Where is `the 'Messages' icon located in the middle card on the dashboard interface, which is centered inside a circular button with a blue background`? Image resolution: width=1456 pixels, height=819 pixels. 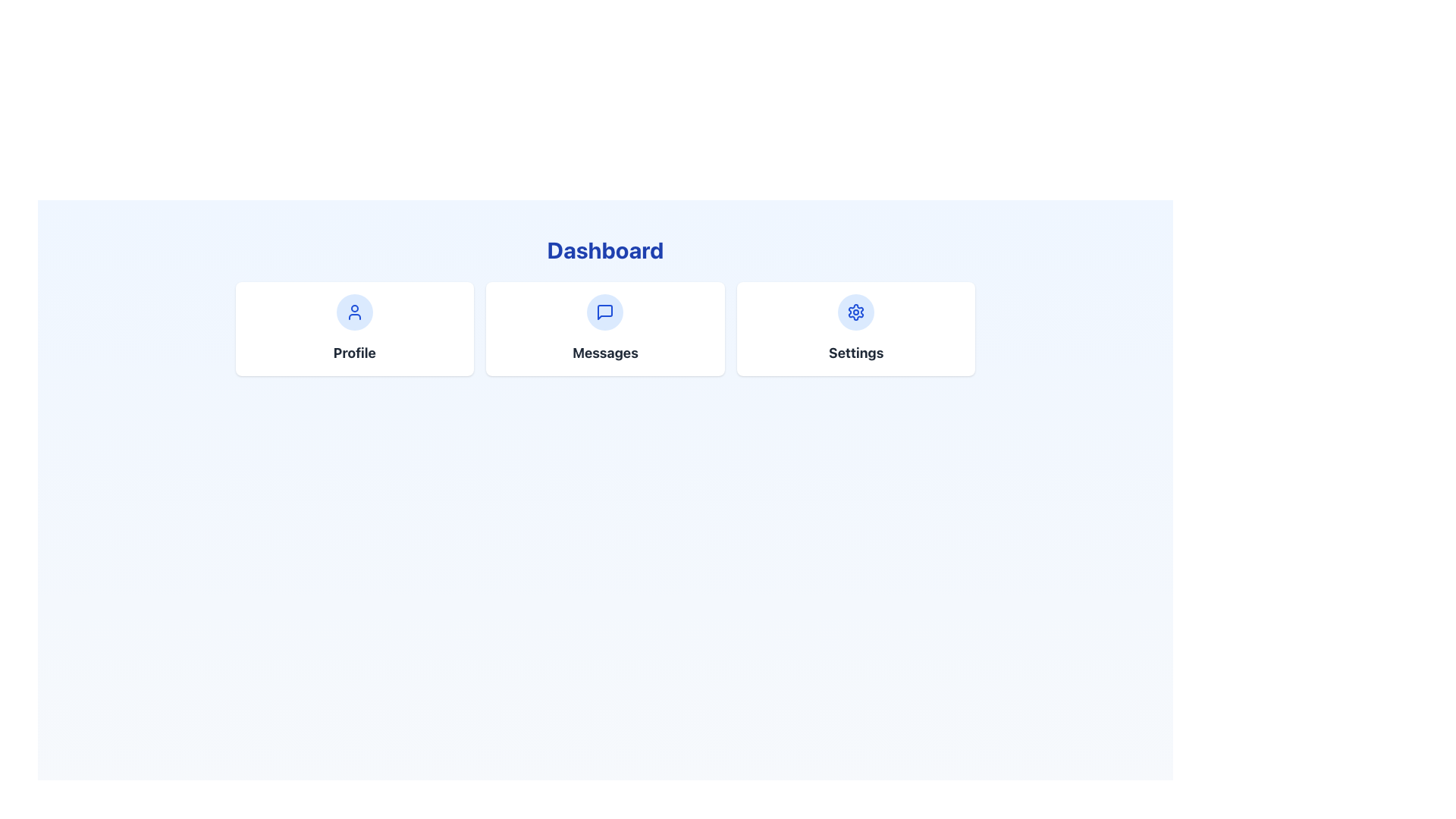
the 'Messages' icon located in the middle card on the dashboard interface, which is centered inside a circular button with a blue background is located at coordinates (604, 312).